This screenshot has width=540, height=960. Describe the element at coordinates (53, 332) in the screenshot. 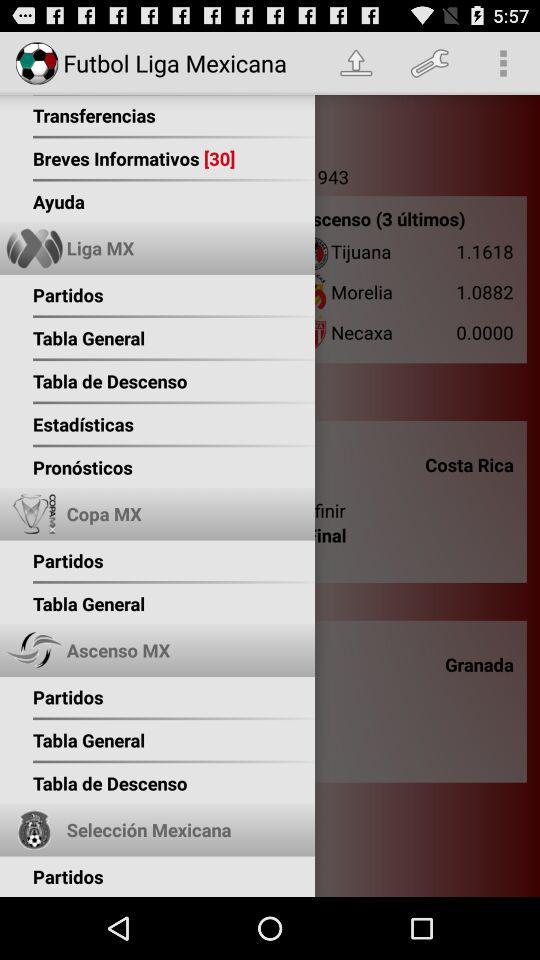

I see `the second row text tabla which is under the liga mx` at that location.